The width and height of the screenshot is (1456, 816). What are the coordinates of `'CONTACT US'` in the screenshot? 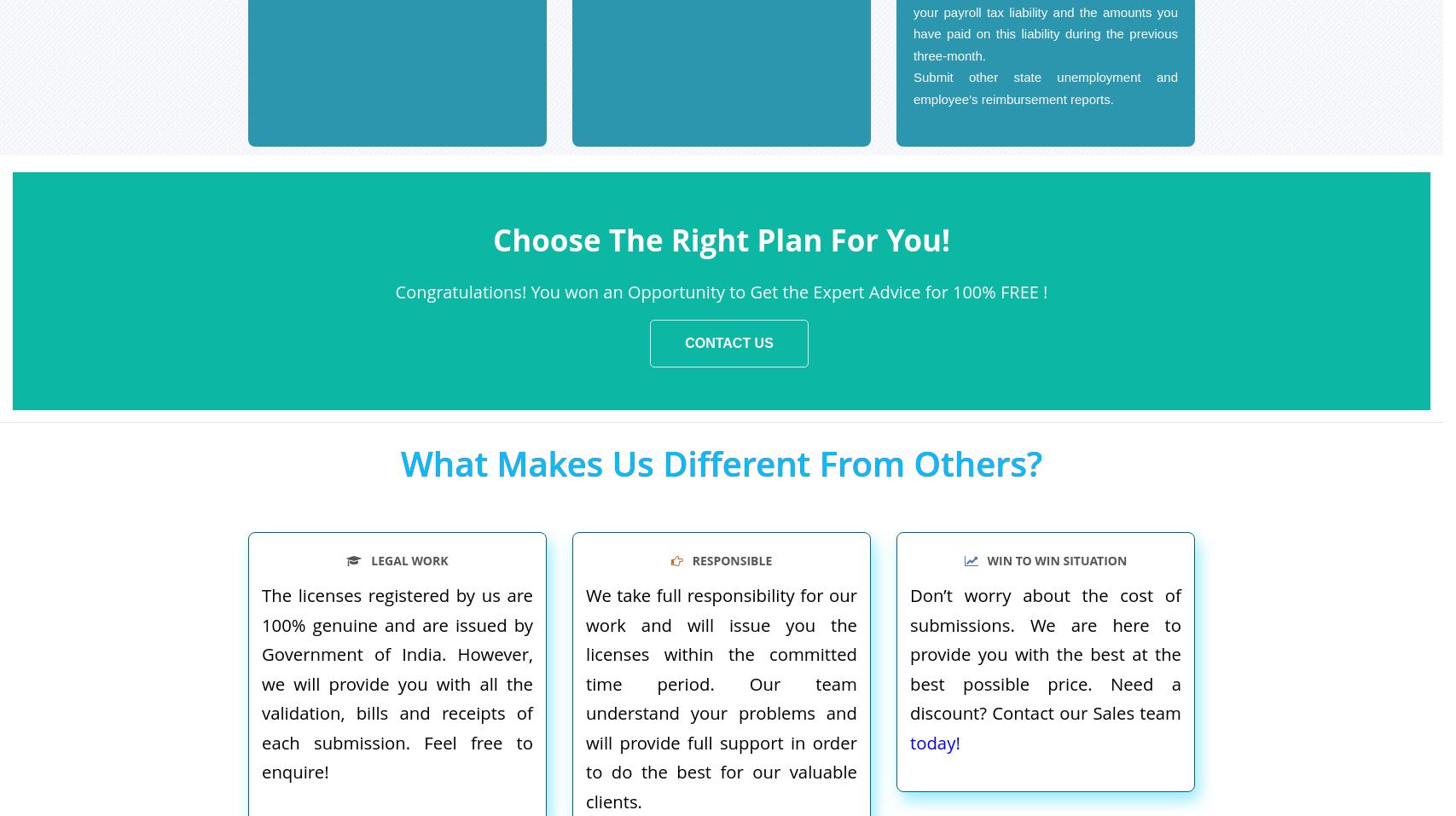 It's located at (728, 342).